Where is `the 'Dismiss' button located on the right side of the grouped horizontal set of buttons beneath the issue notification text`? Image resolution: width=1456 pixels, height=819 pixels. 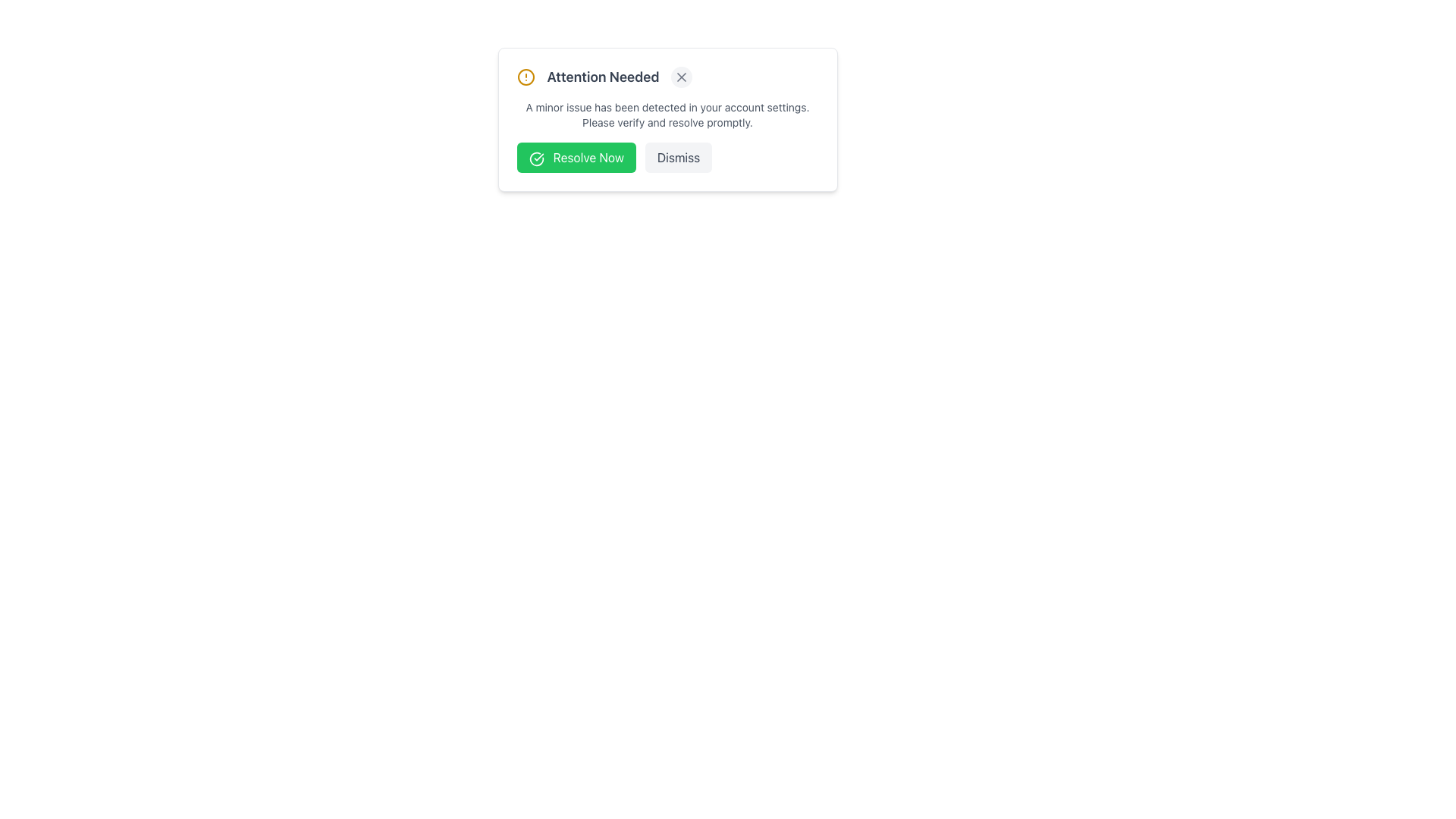
the 'Dismiss' button located on the right side of the grouped horizontal set of buttons beneath the issue notification text is located at coordinates (667, 158).